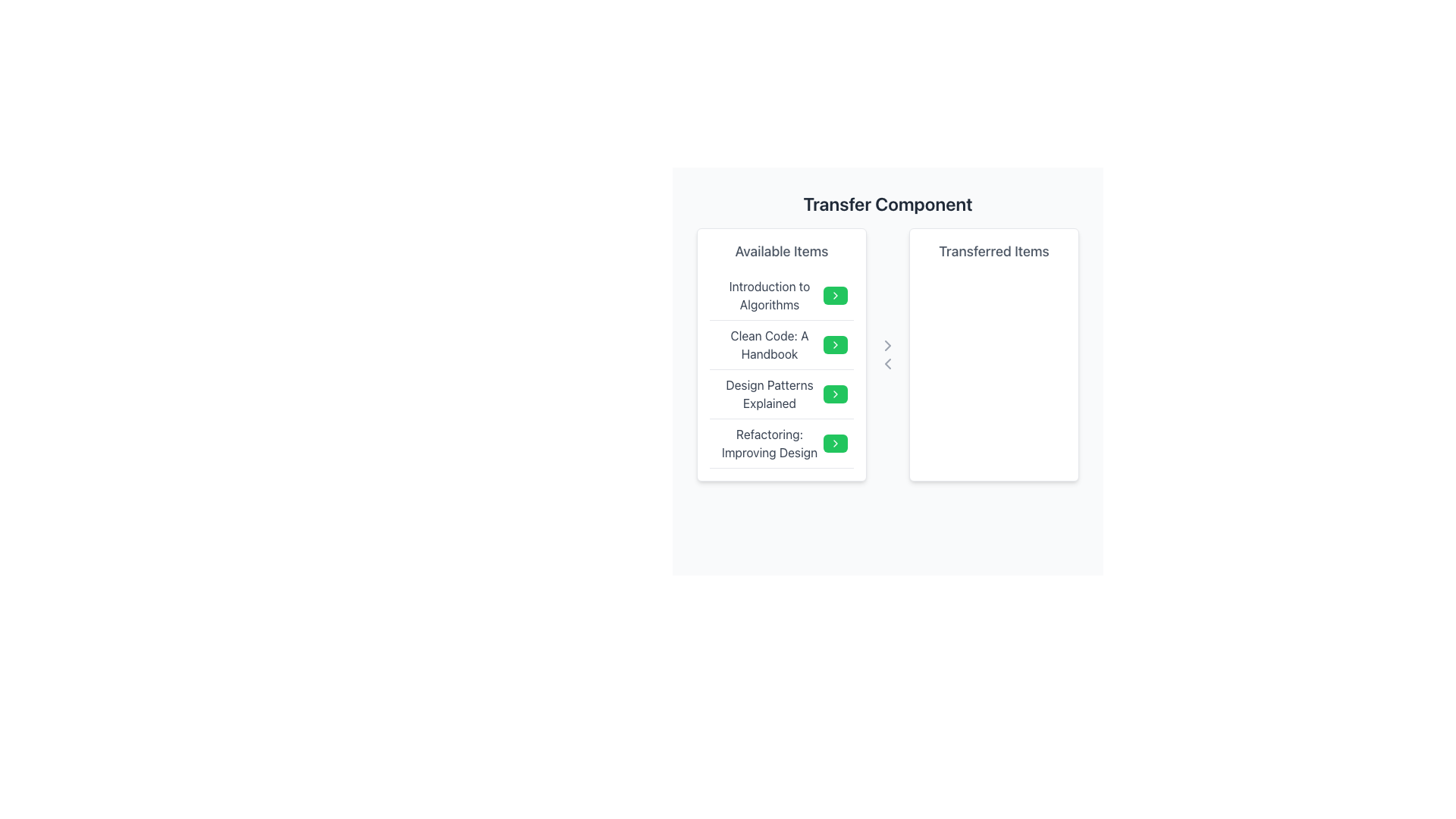  Describe the element at coordinates (782, 444) in the screenshot. I see `the green action button with a right-arrow icon located on the right side of the list item containing the text 'Refactoring: Improving Design' in the 'Available Items' list` at that location.